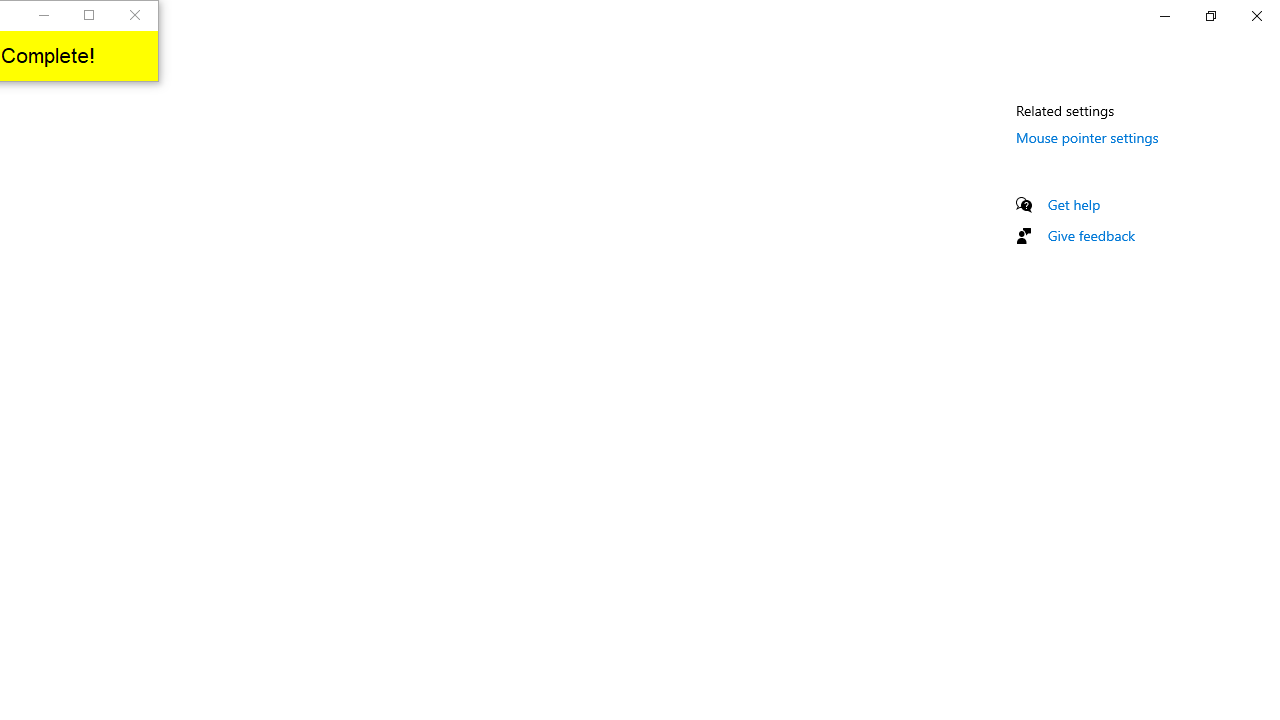  Describe the element at coordinates (1255, 15) in the screenshot. I see `'Close Settings'` at that location.